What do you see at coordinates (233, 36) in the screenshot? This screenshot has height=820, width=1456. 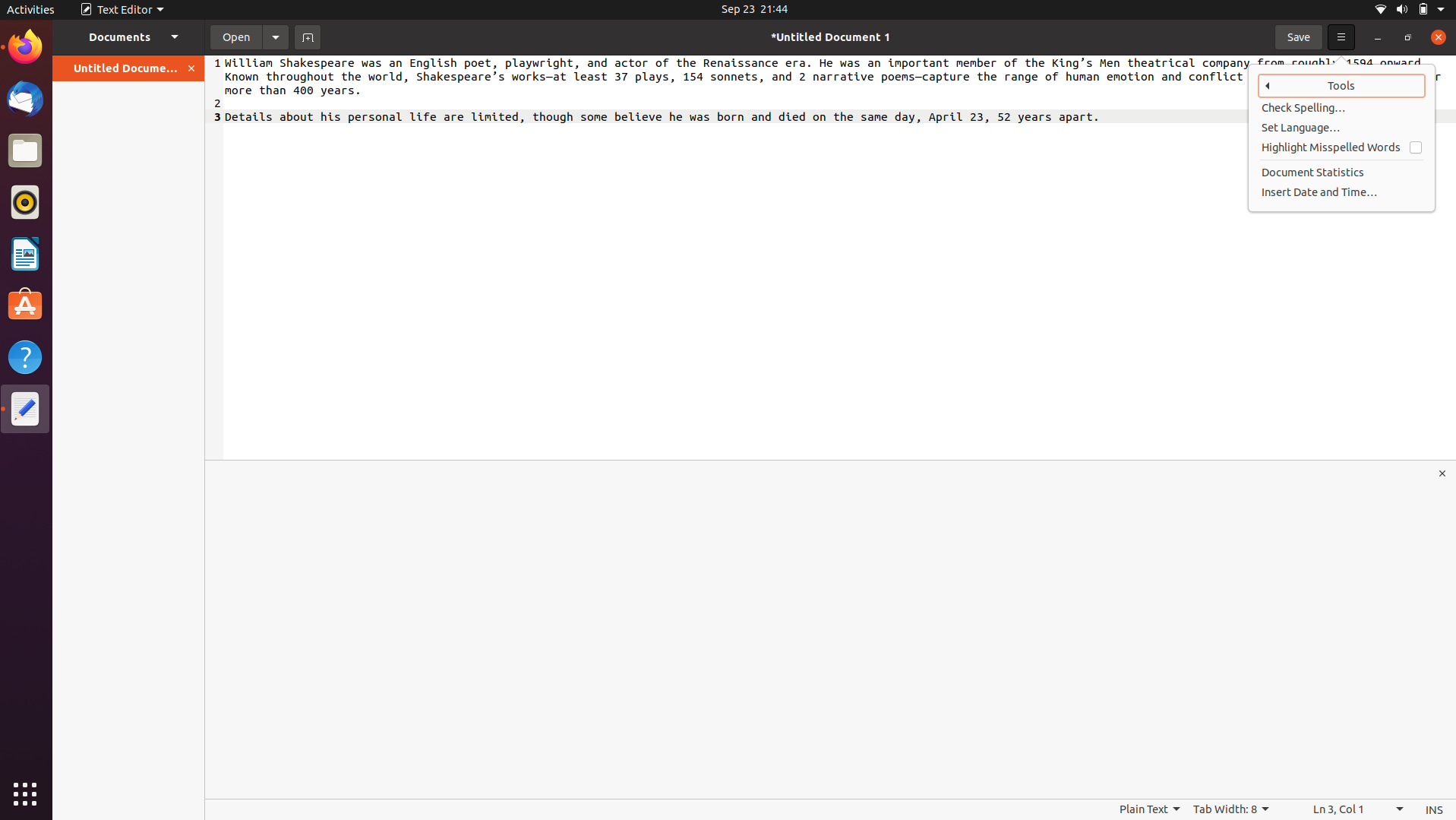 I see `the file named time.docx` at bounding box center [233, 36].